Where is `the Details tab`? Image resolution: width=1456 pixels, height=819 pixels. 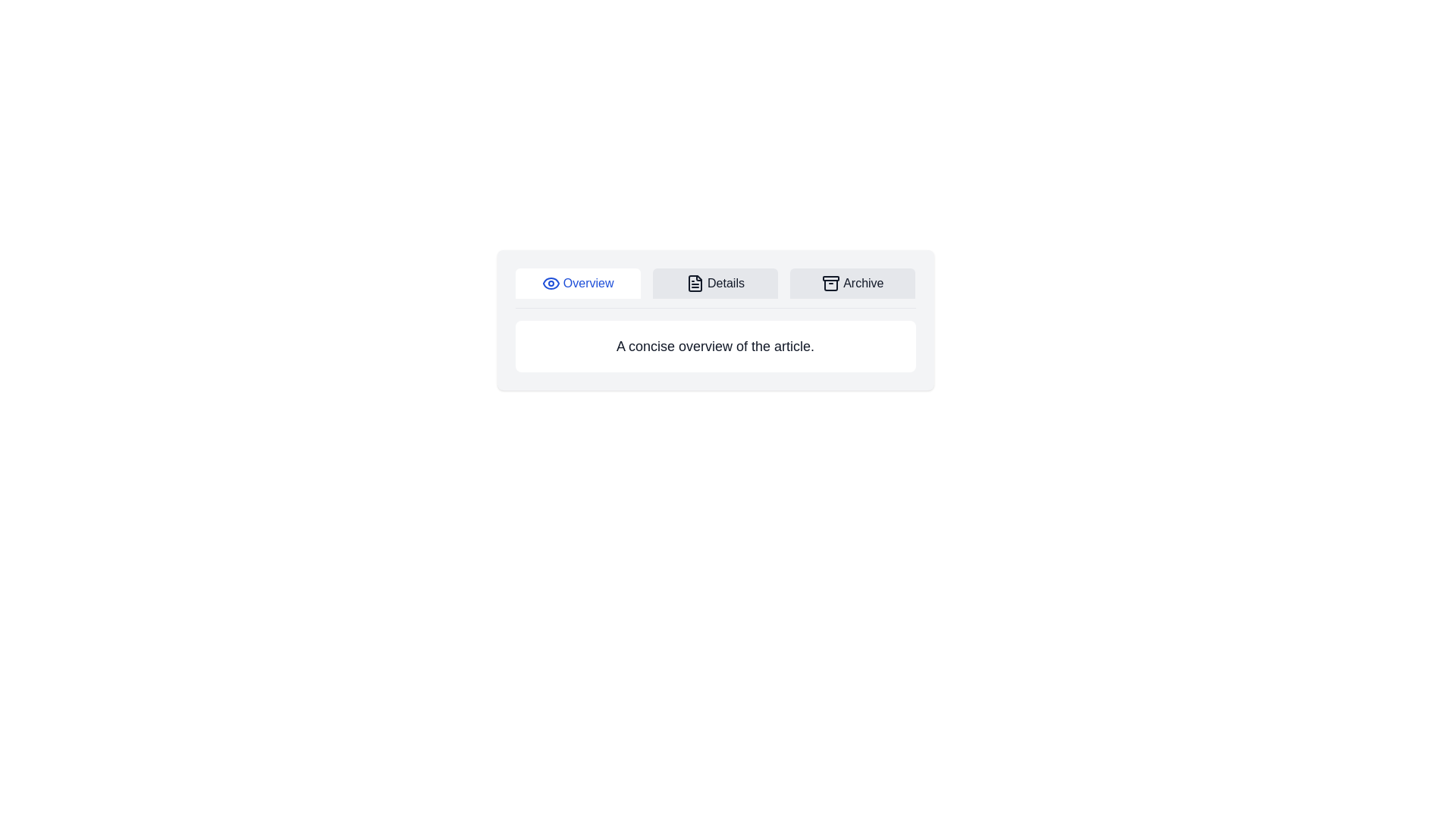 the Details tab is located at coordinates (714, 284).